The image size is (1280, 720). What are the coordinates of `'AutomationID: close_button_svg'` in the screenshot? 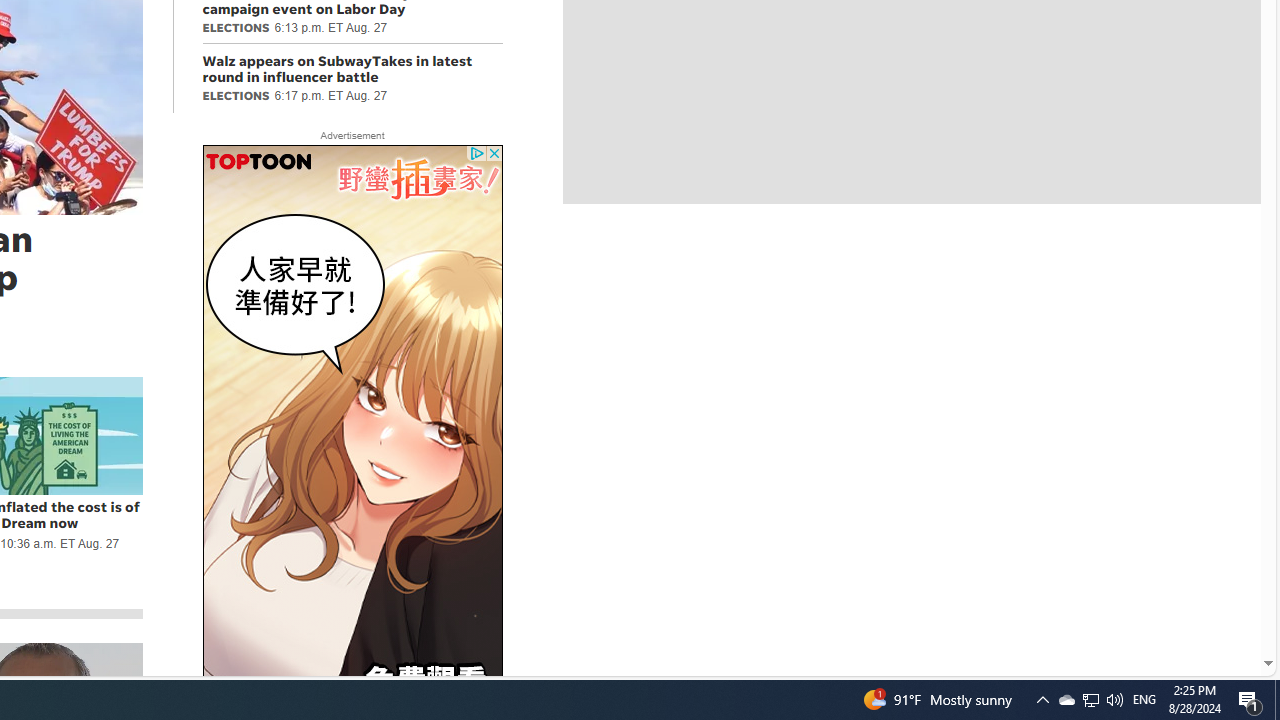 It's located at (494, 152).